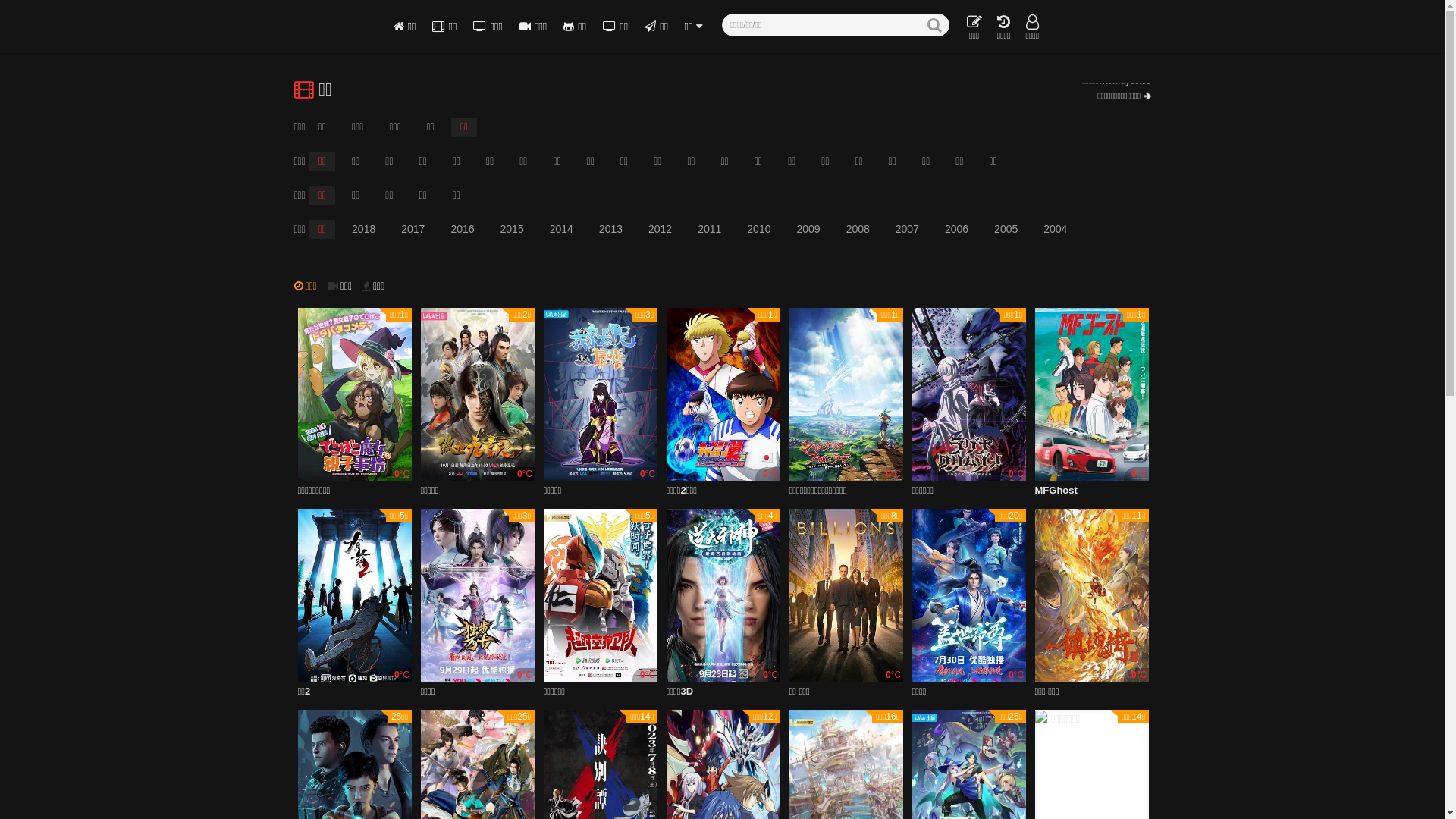 This screenshot has height=819, width=1456. I want to click on '2016', so click(461, 229).